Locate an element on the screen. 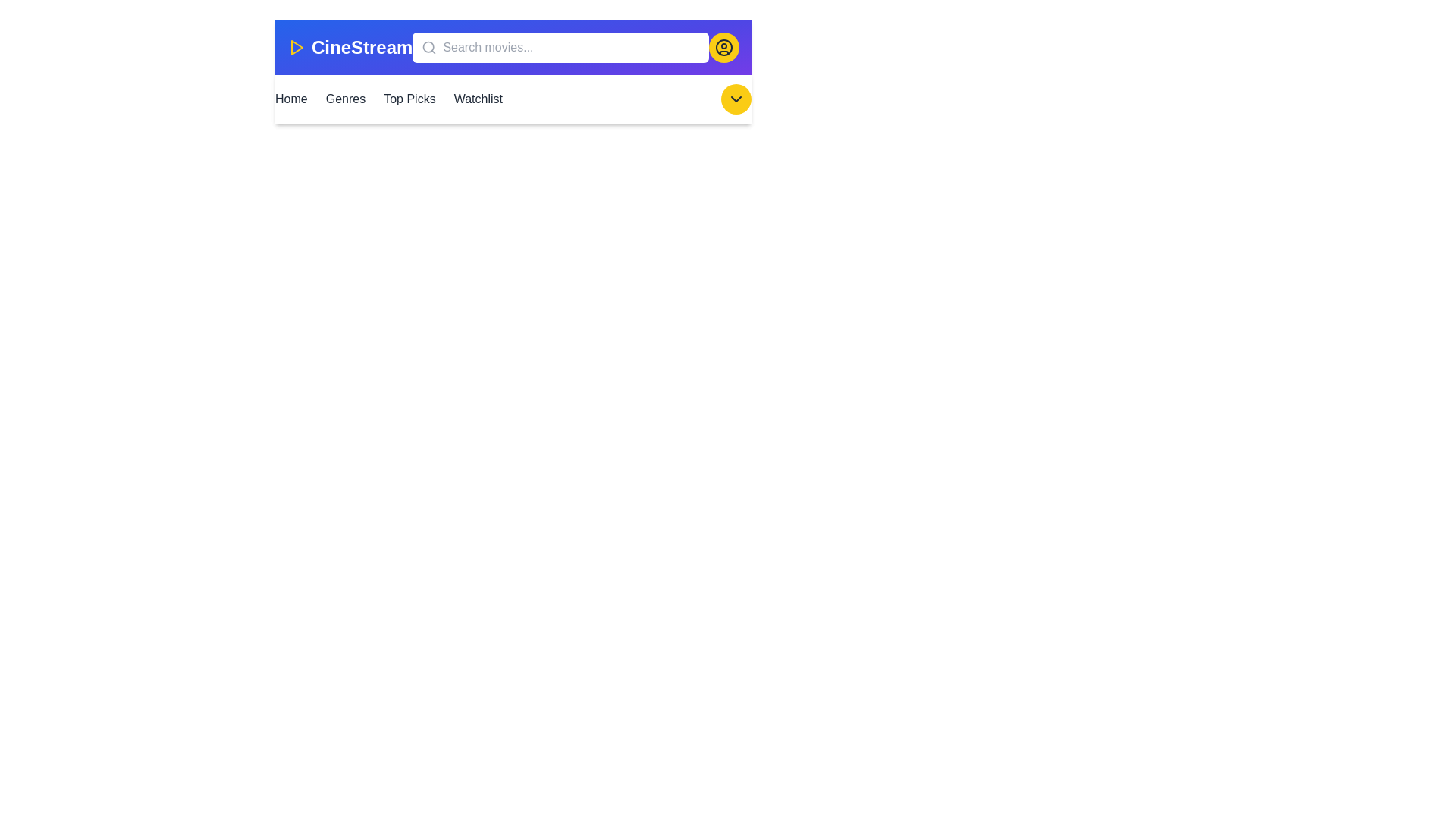 The height and width of the screenshot is (819, 1456). the UserCircle icon to access user settings or profile is located at coordinates (723, 46).